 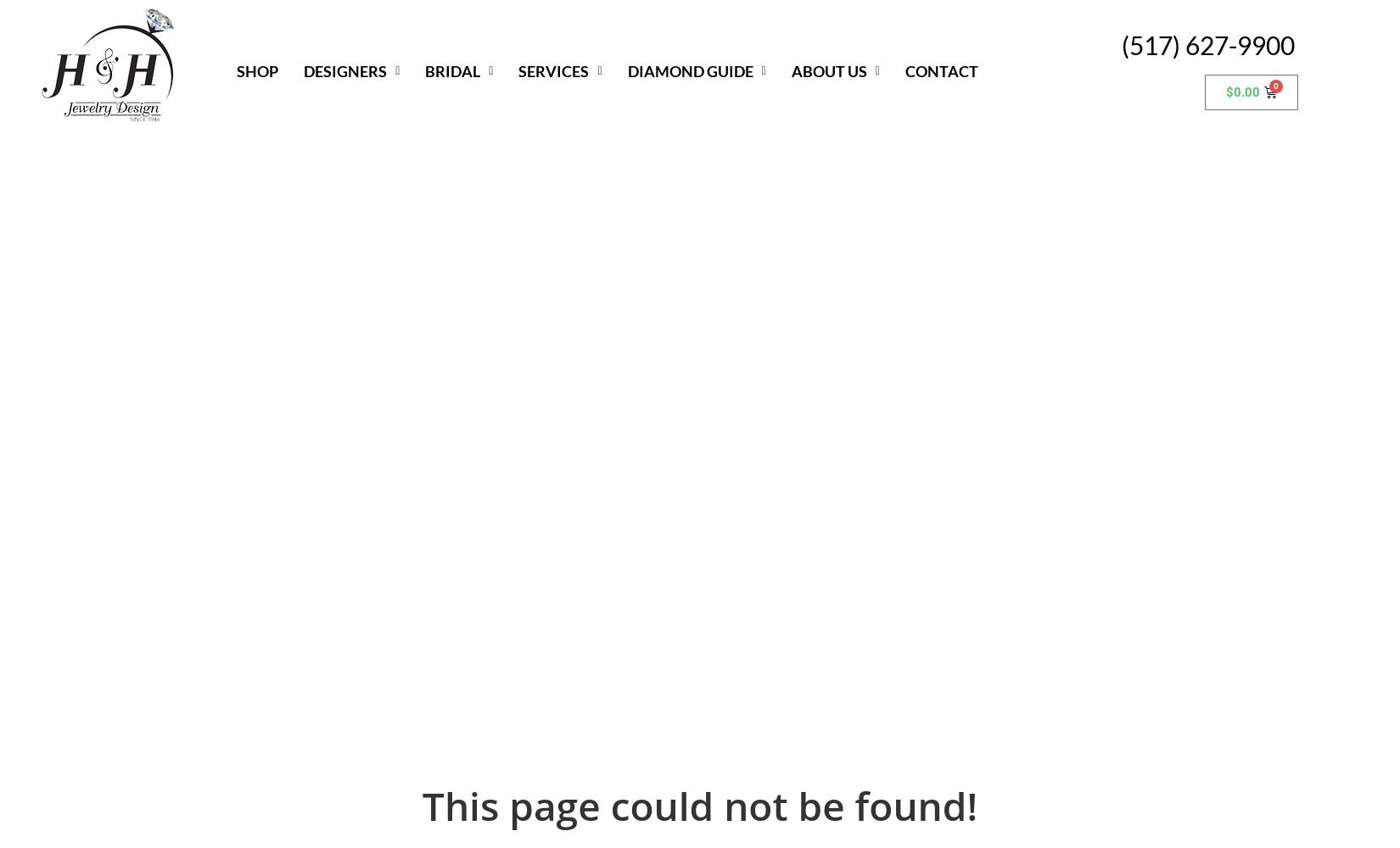 I want to click on 'Lashbrook Designs', so click(x=375, y=370).